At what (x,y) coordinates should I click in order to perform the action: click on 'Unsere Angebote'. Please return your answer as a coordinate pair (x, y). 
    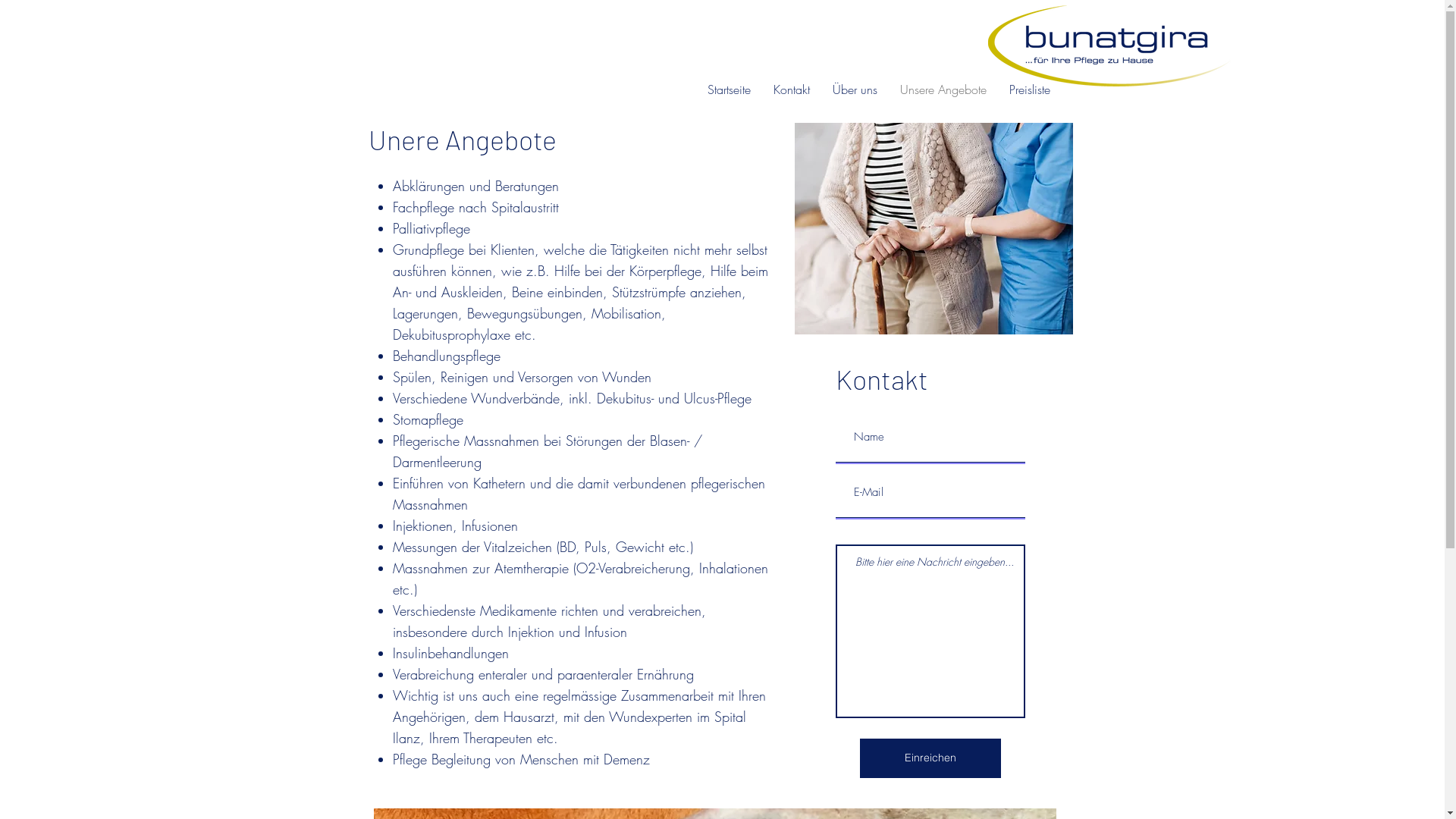
    Looking at the image, I should click on (942, 89).